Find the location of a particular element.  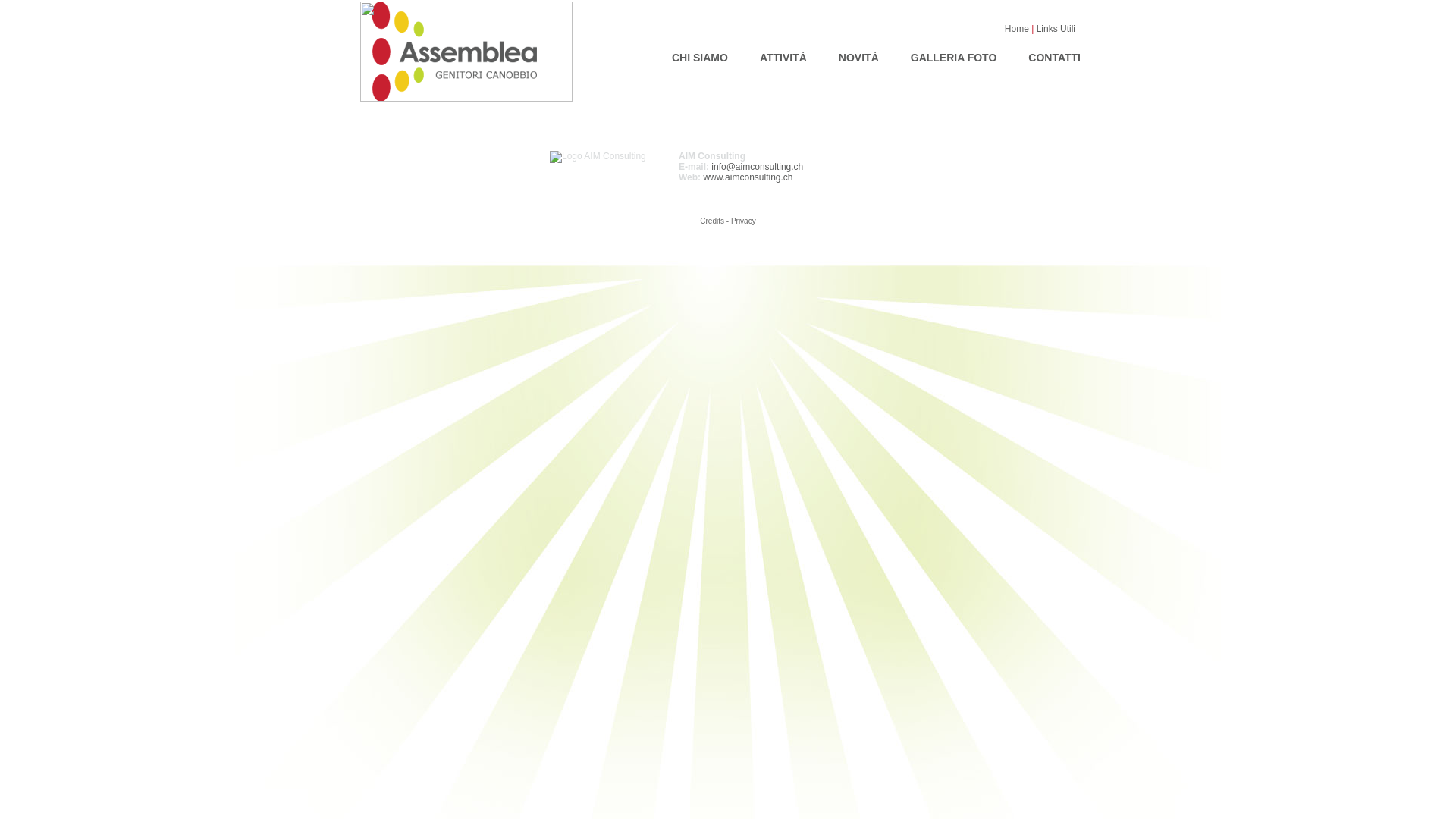

'www.aimconsulting.ch' is located at coordinates (747, 177).